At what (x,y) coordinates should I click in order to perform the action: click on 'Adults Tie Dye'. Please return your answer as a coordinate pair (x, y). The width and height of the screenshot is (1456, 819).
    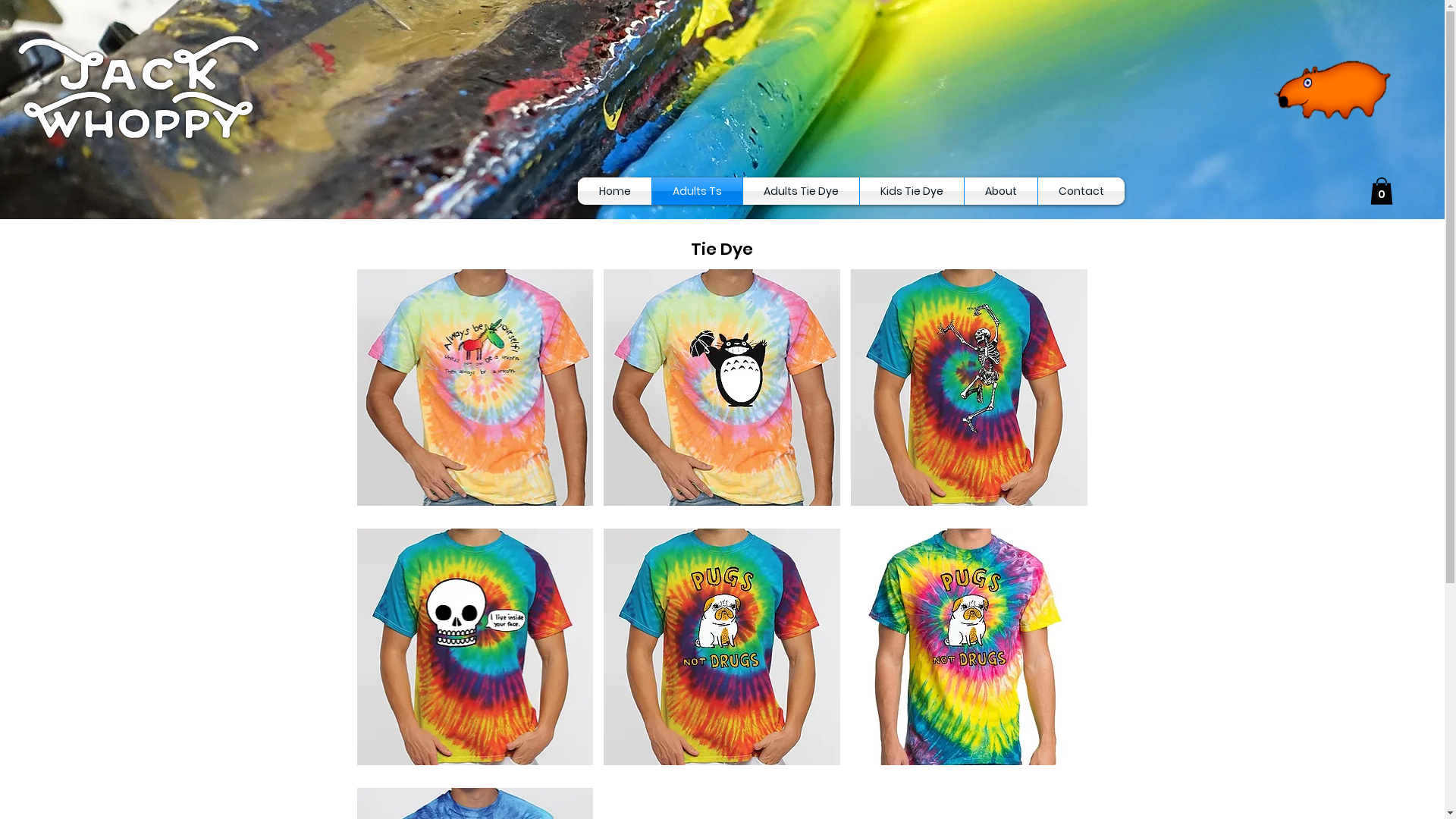
    Looking at the image, I should click on (742, 190).